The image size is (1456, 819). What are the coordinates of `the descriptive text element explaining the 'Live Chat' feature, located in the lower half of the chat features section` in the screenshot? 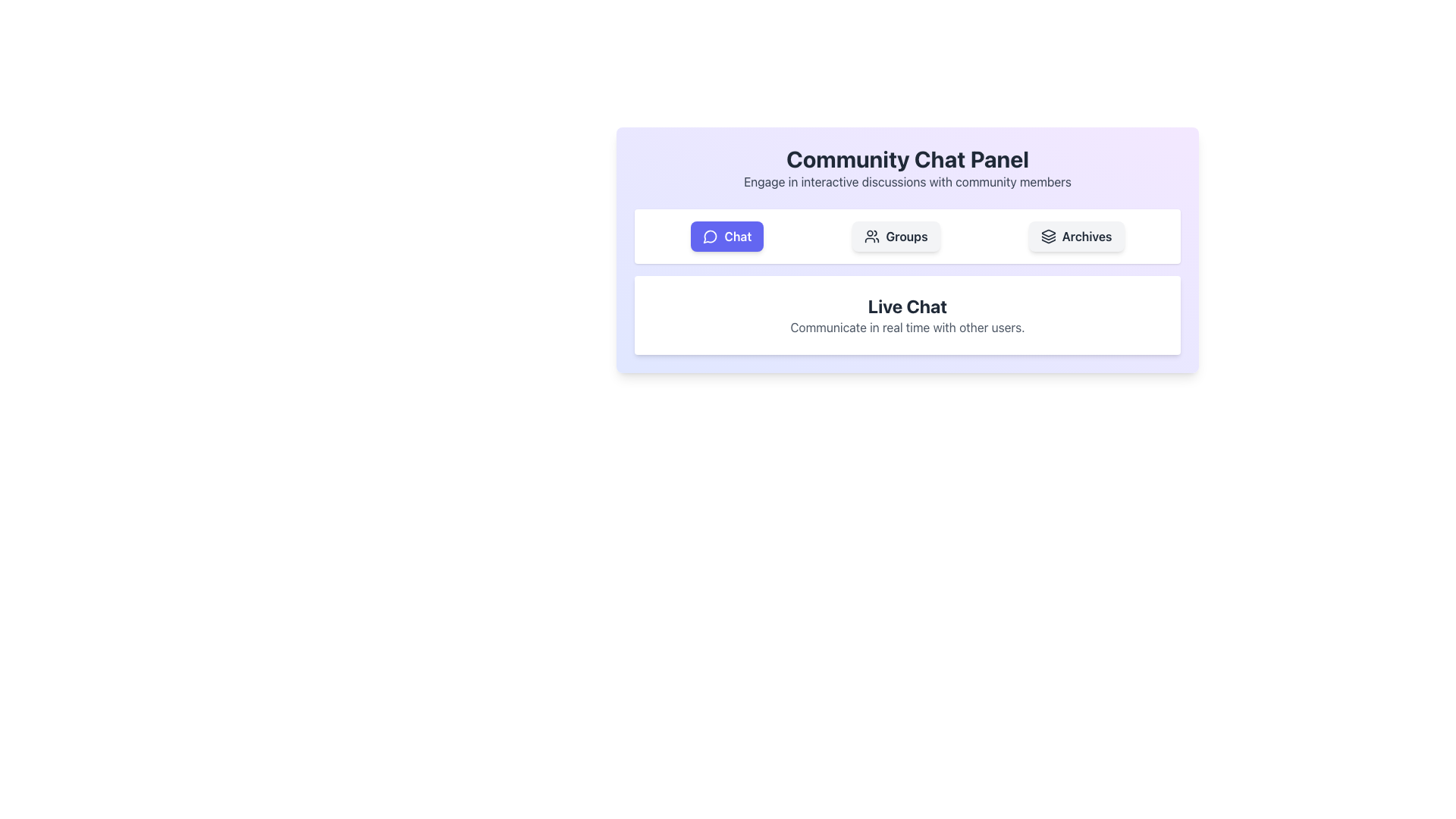 It's located at (907, 327).